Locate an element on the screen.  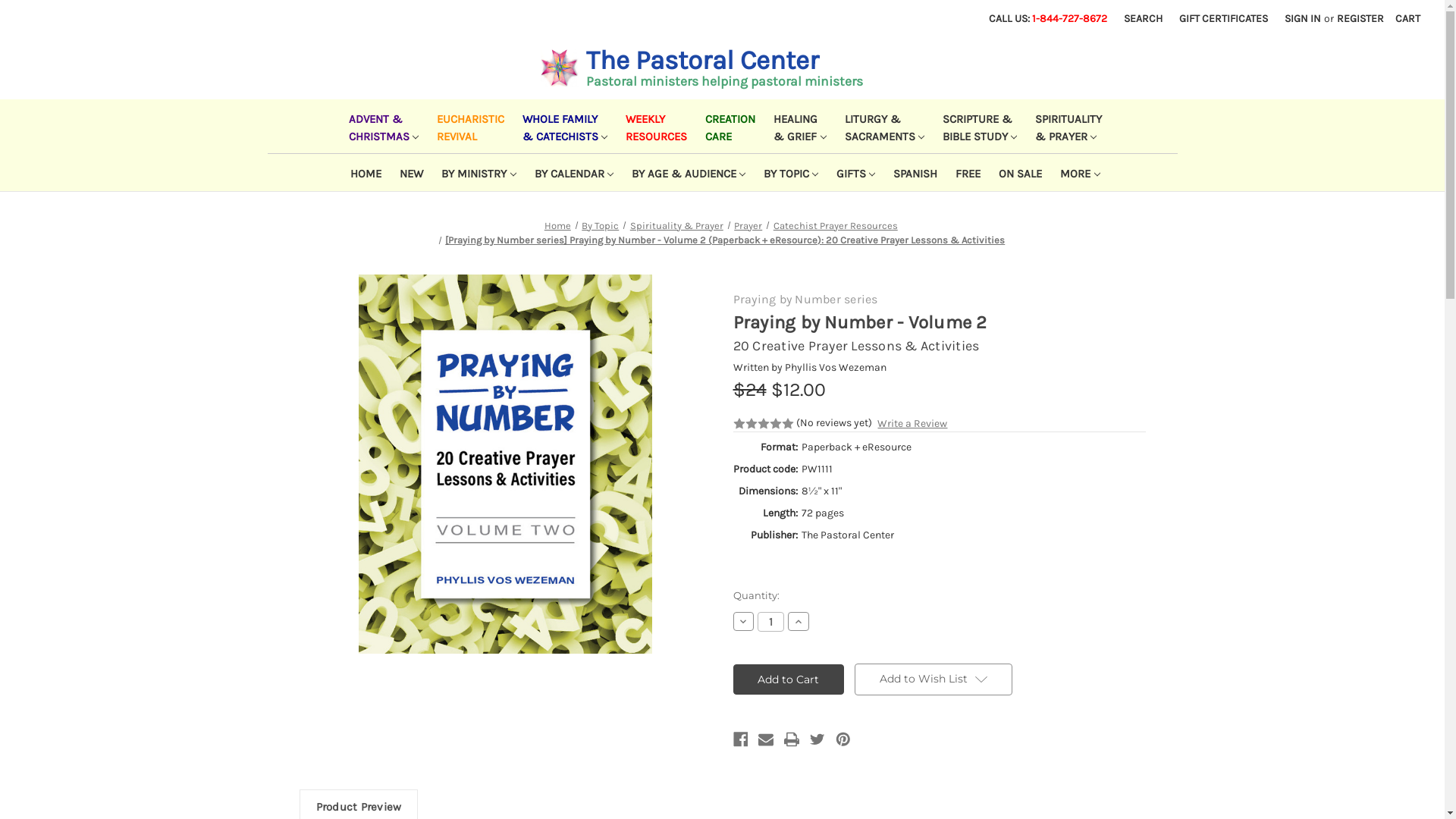
'Spirituality & Prayer' is located at coordinates (676, 225).